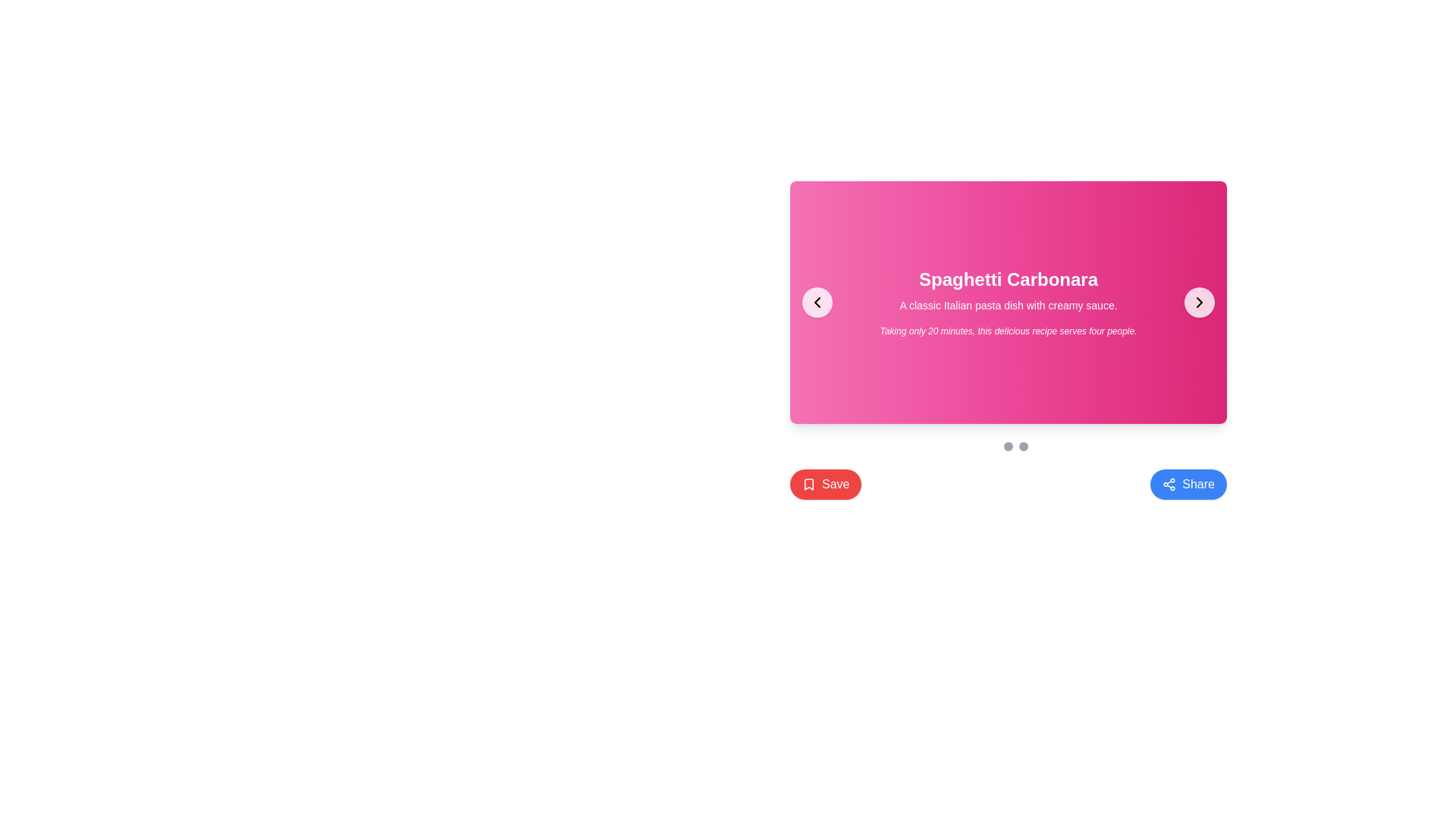  What do you see at coordinates (817, 302) in the screenshot?
I see `the left-facing chevron icon located within the circular button on the left side of the pink rectangular card` at bounding box center [817, 302].